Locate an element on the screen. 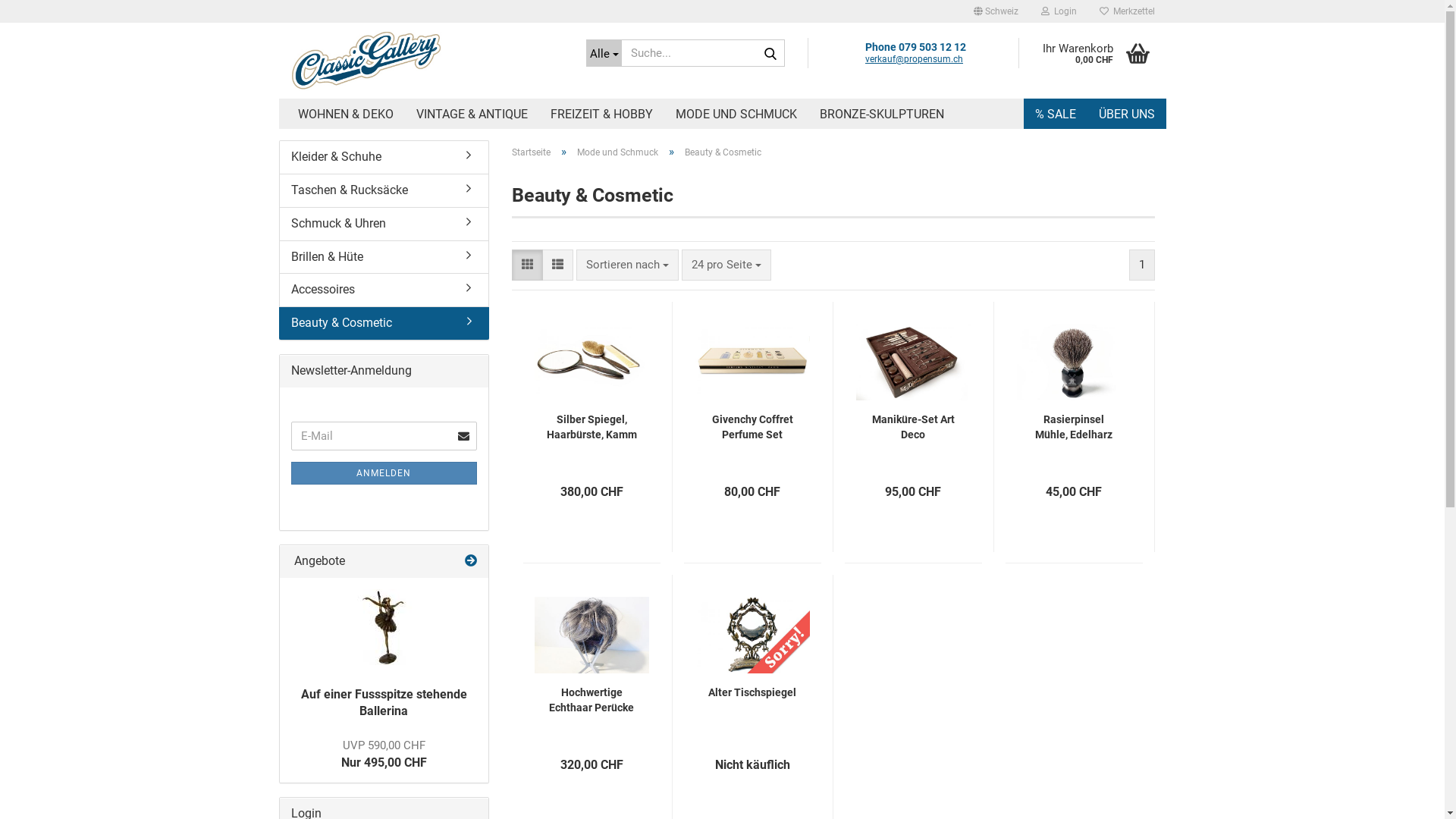 Image resolution: width=1456 pixels, height=819 pixels. 'Alle' is located at coordinates (602, 52).